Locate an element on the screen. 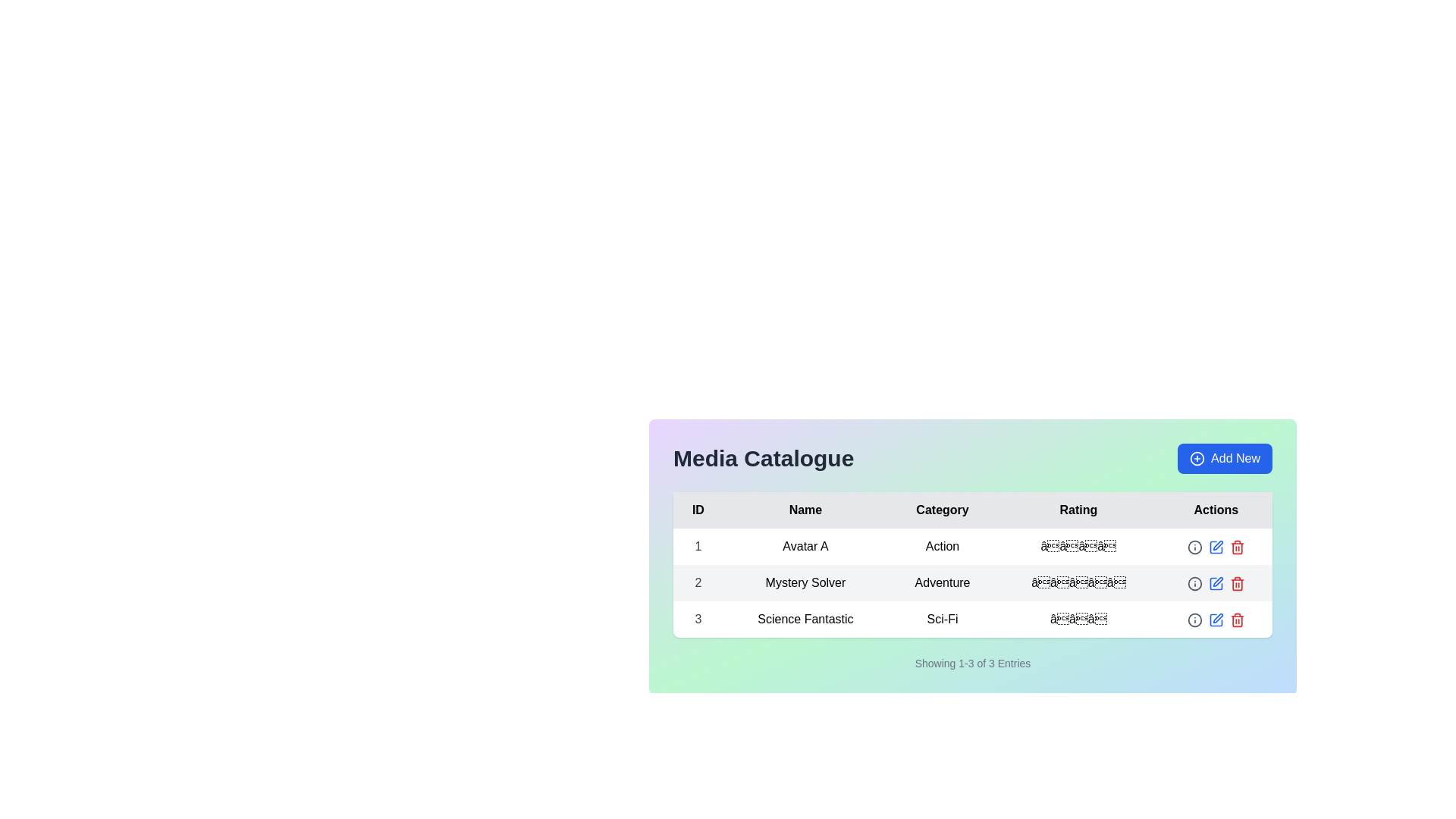 This screenshot has height=819, width=1456. the pen-like icon is located at coordinates (1218, 618).